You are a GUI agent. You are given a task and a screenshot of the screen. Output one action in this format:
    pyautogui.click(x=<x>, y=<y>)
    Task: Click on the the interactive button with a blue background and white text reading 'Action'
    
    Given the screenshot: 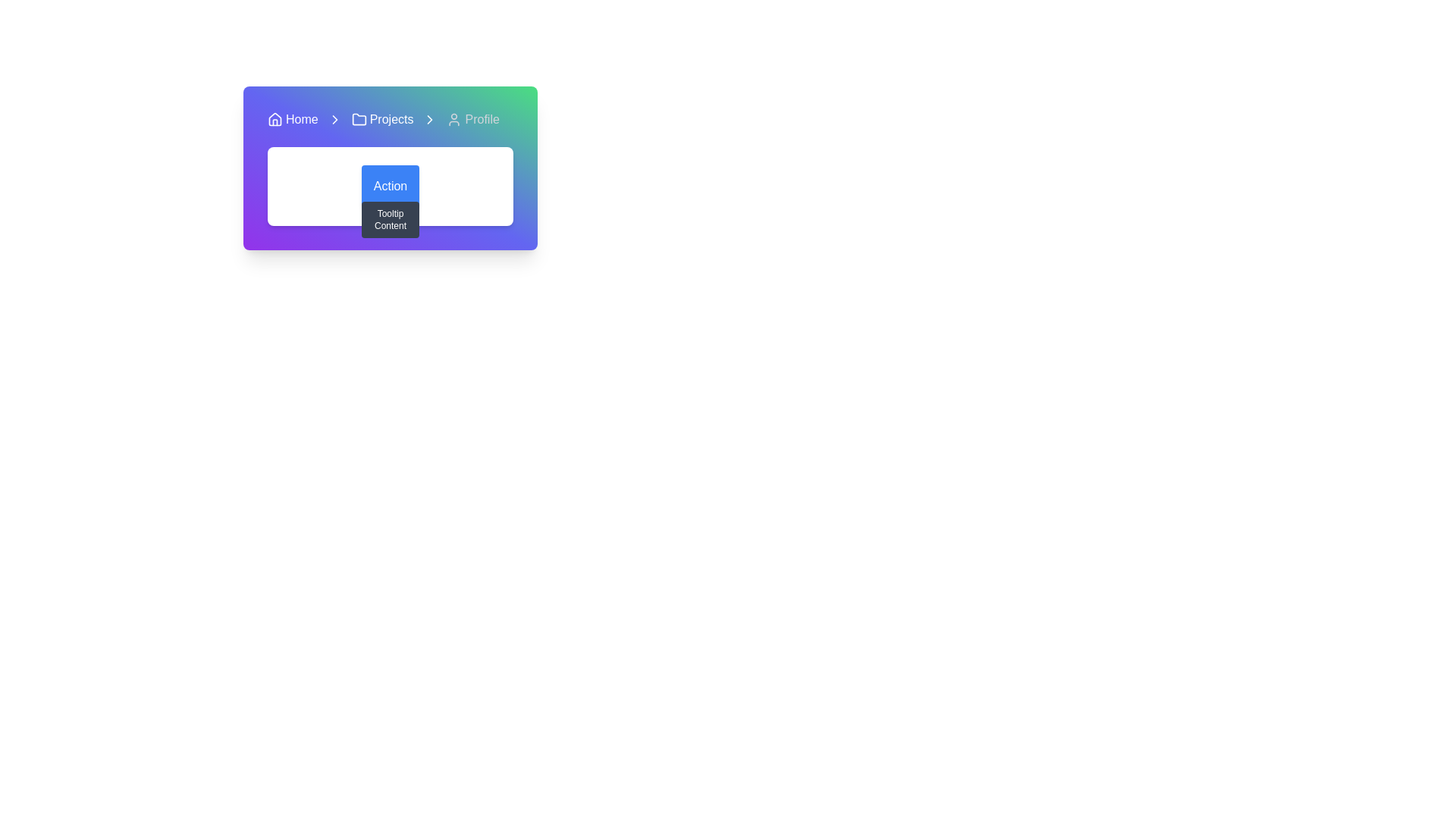 What is the action you would take?
    pyautogui.click(x=390, y=186)
    